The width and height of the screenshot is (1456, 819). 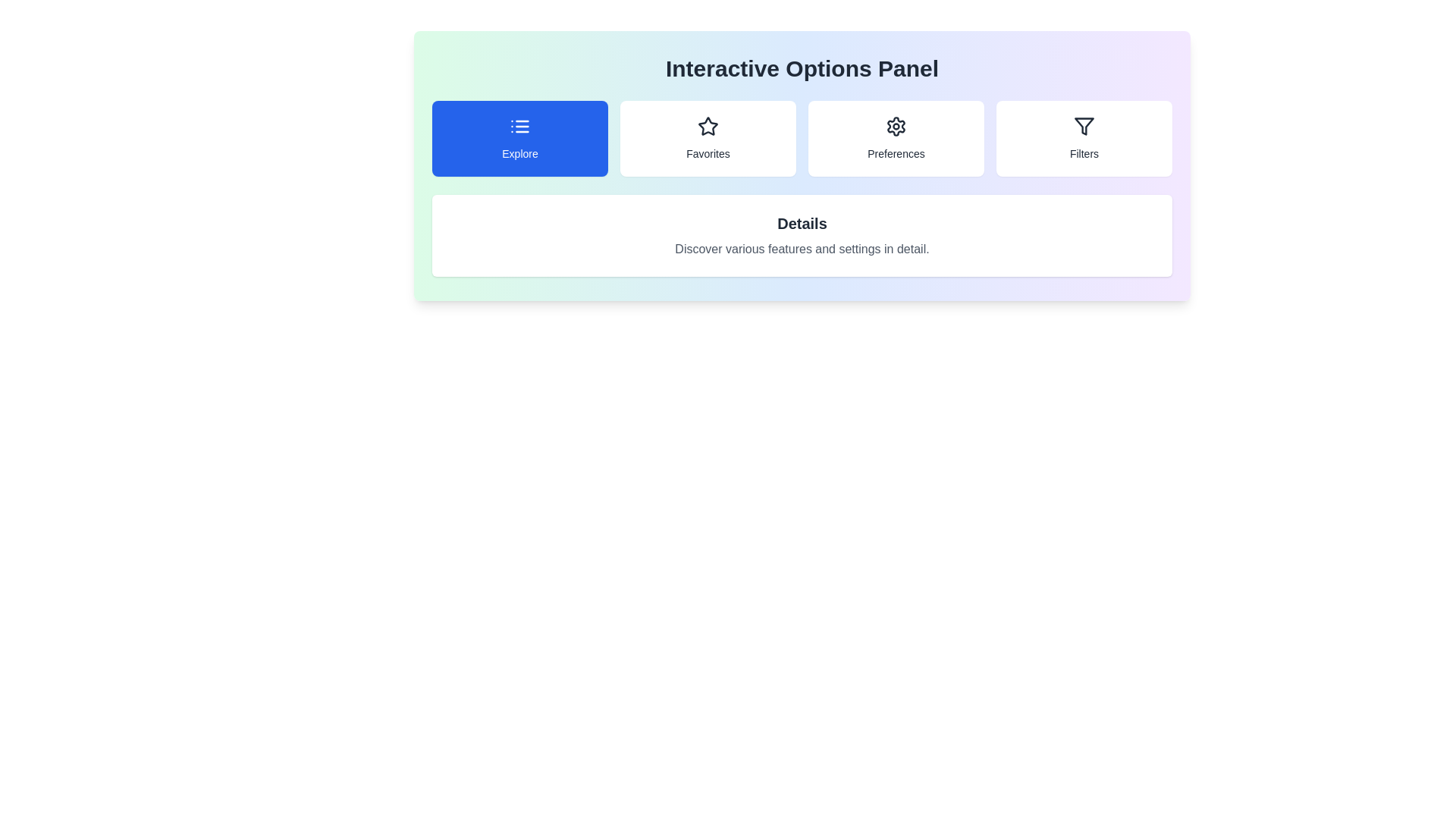 I want to click on the icon located at the center of the 'Explore' button, which is the leftmost button in the top section of the layout, so click(x=520, y=125).